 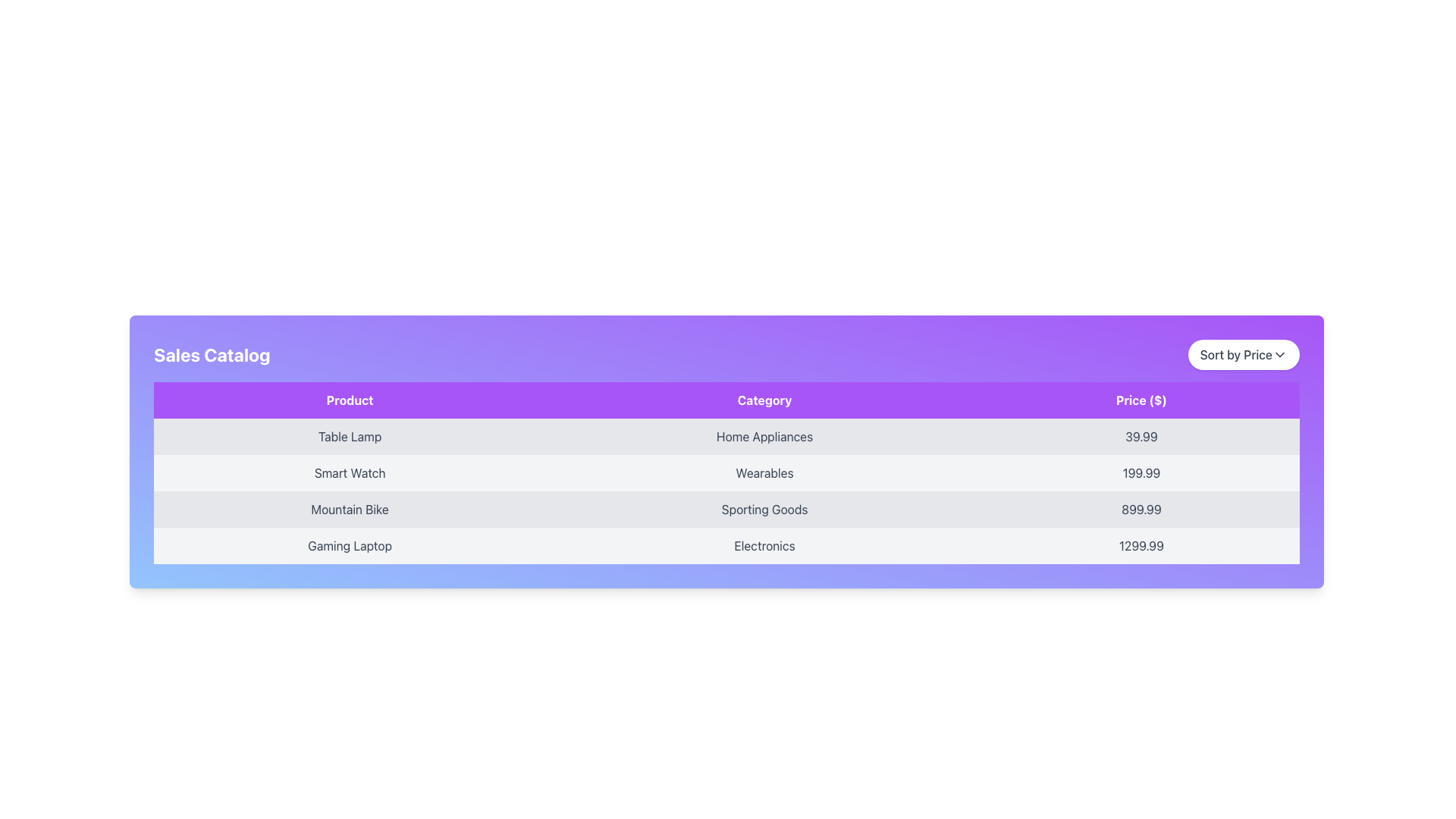 I want to click on the third row in the table that contains 'Mountain Bike', 'Sporting Goods', and '899.99', so click(x=726, y=509).